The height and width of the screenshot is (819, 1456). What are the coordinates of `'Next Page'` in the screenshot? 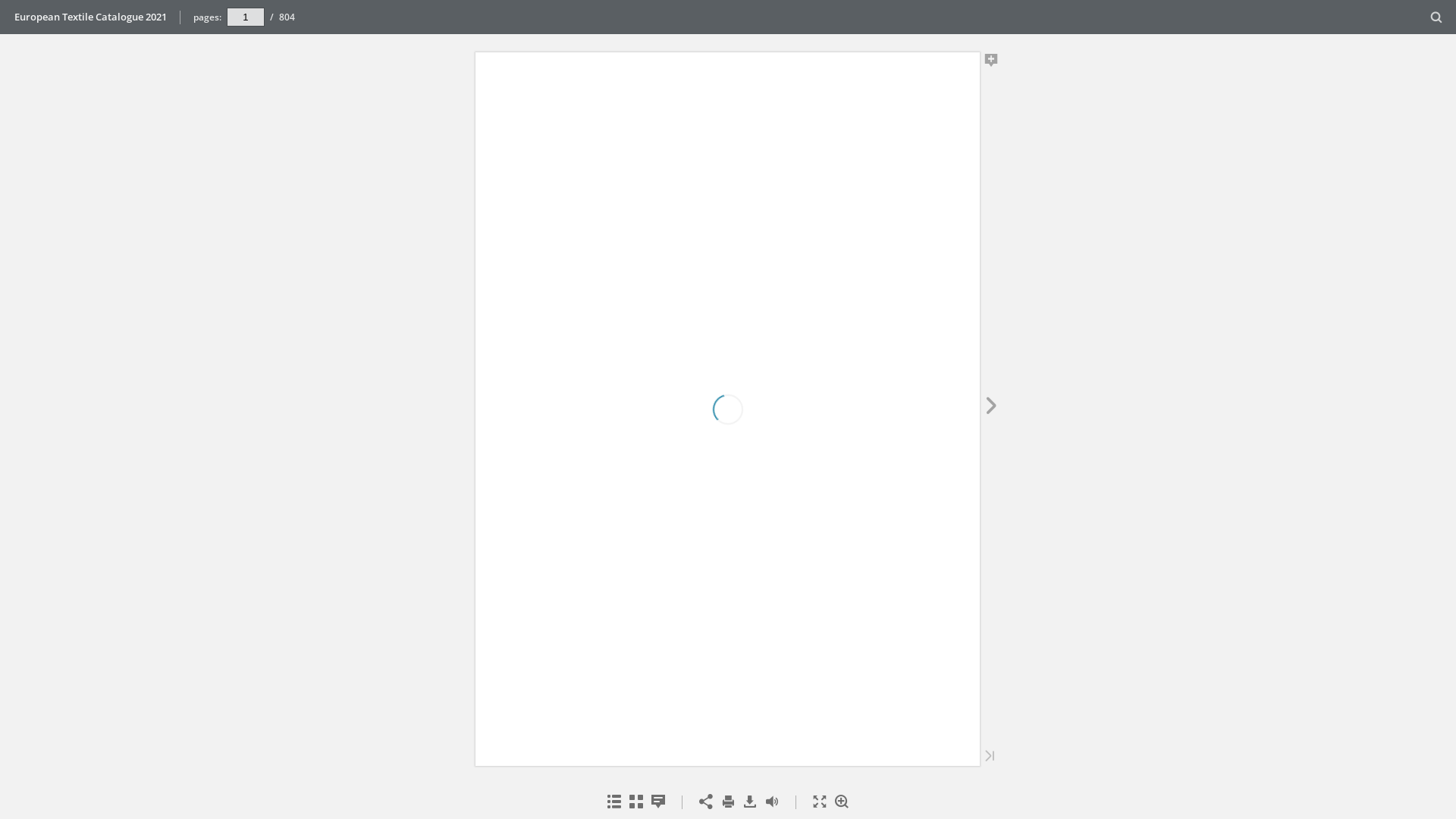 It's located at (991, 406).